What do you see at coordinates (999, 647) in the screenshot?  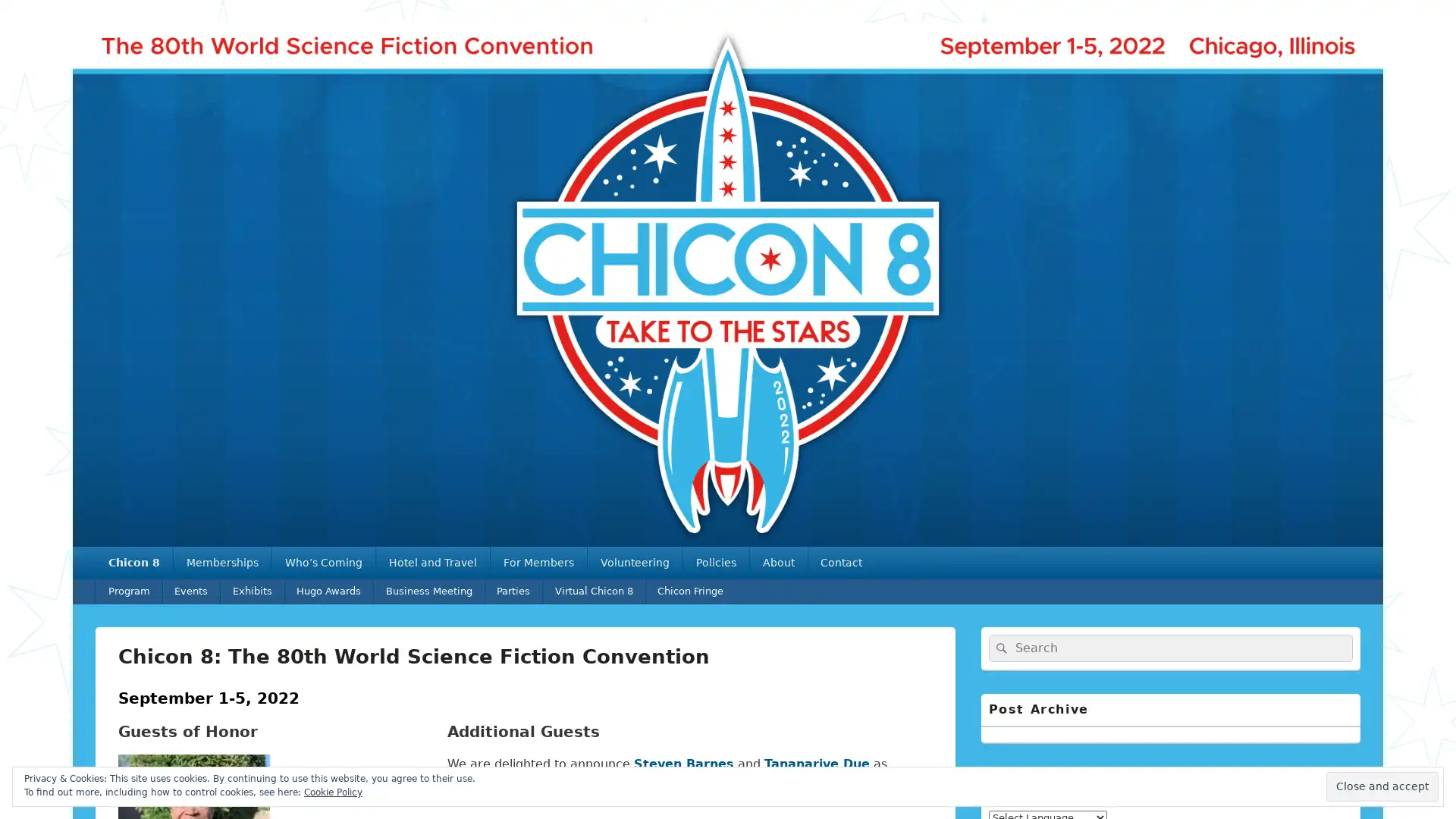 I see `Search` at bounding box center [999, 647].